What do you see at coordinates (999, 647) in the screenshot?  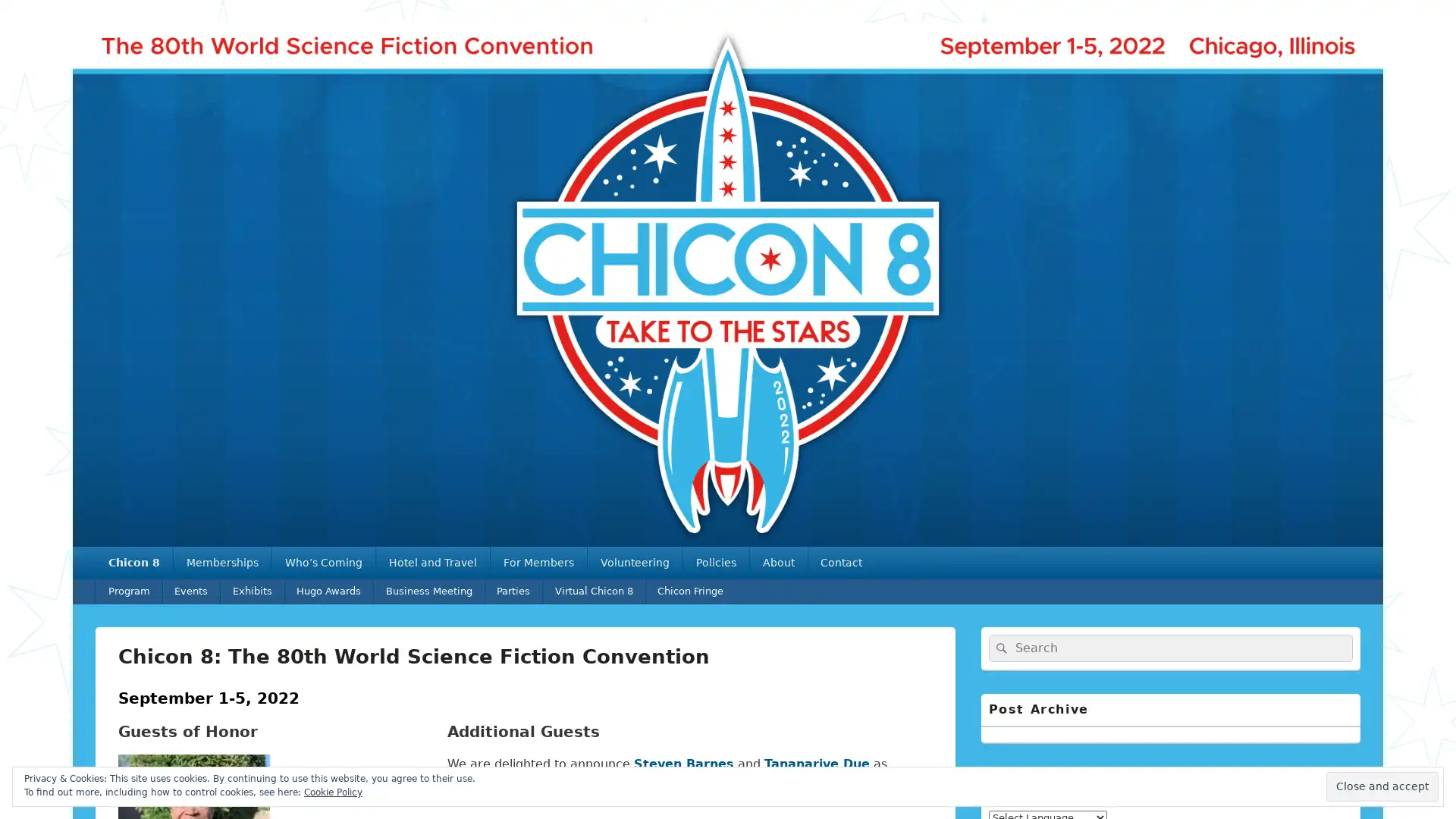 I see `Search` at bounding box center [999, 647].